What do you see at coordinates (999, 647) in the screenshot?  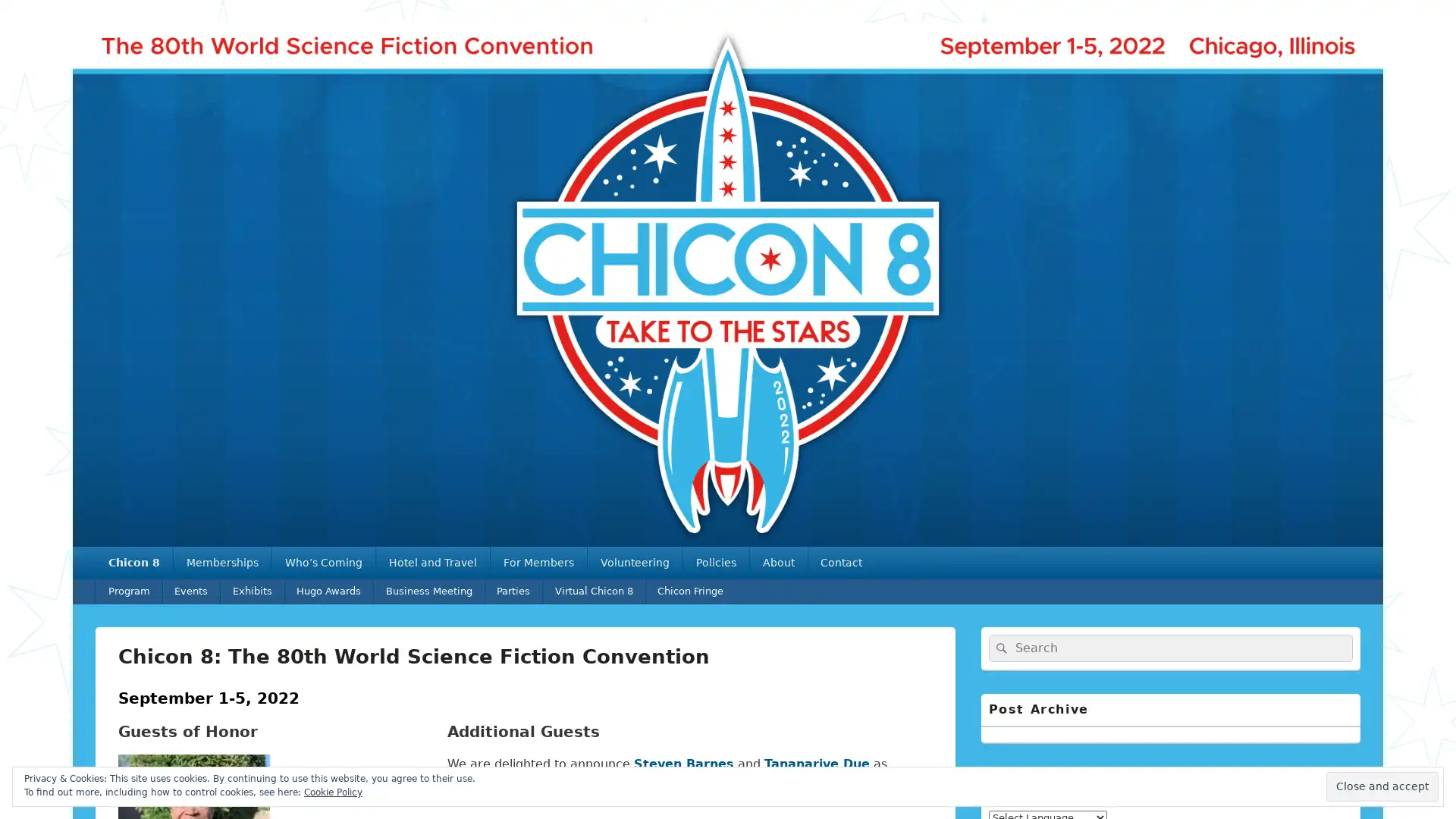 I see `Search` at bounding box center [999, 647].